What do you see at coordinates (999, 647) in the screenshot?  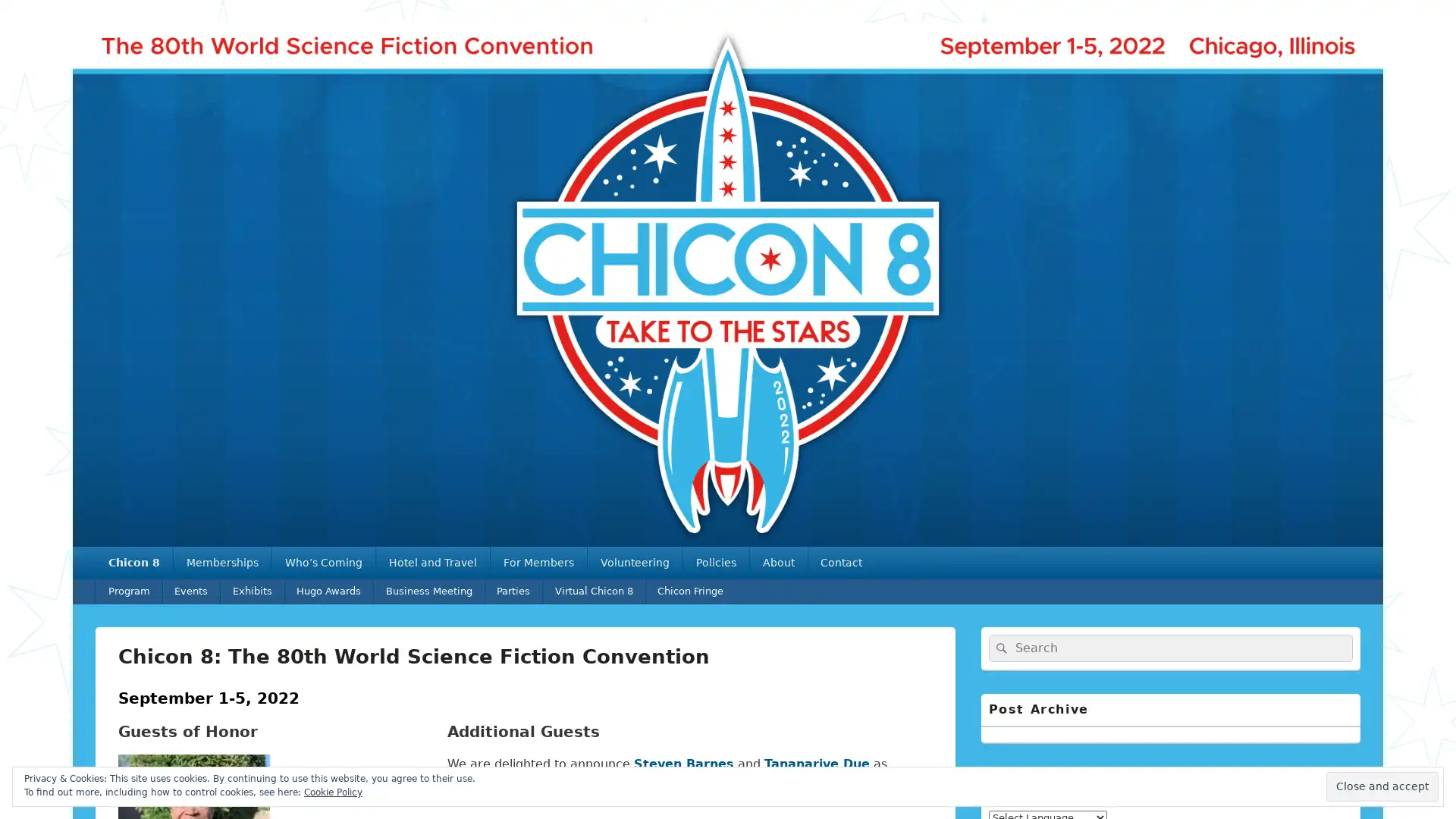 I see `Search` at bounding box center [999, 647].